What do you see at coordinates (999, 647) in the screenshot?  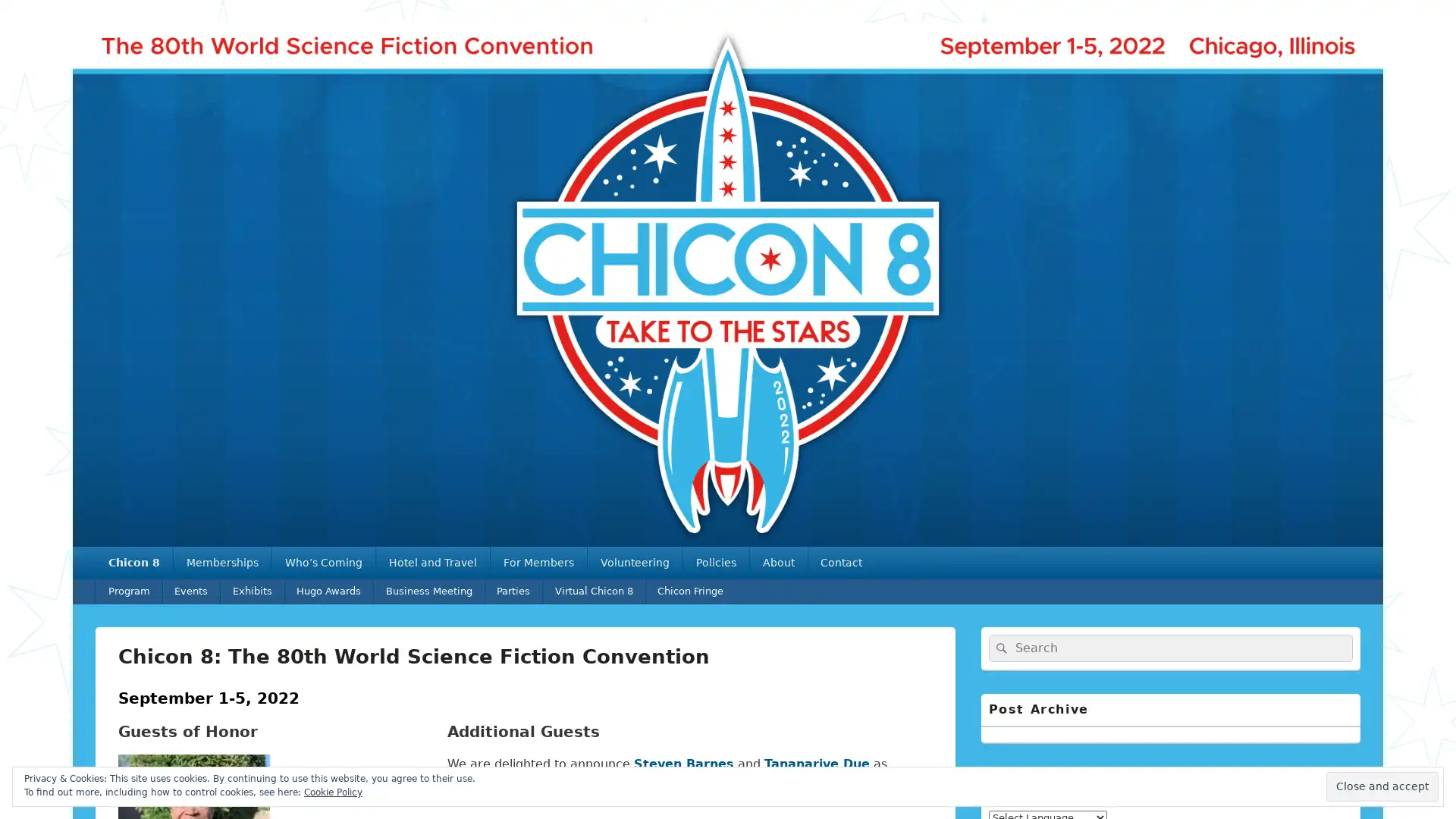 I see `Search` at bounding box center [999, 647].